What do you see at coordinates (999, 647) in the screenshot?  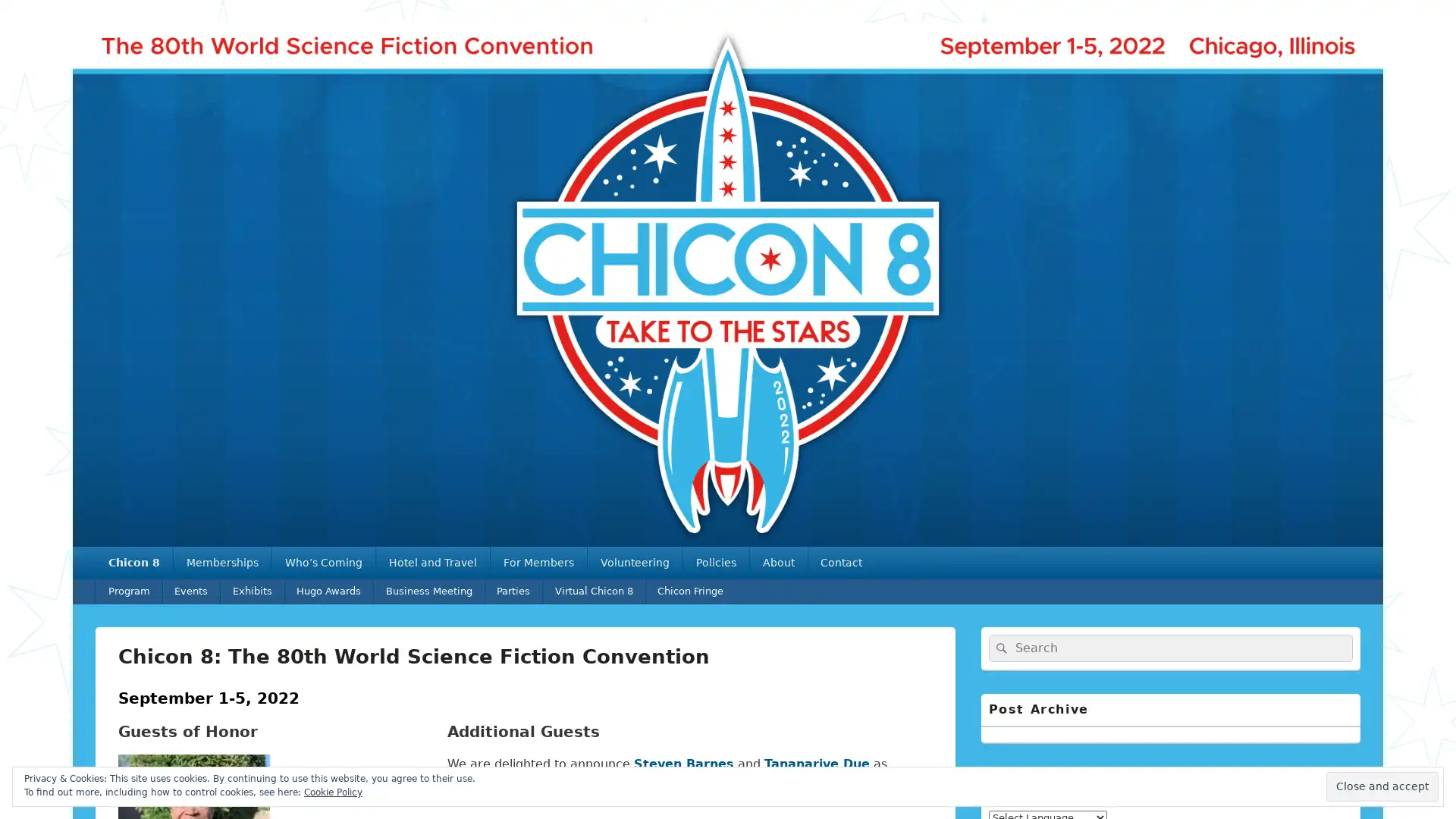 I see `Search` at bounding box center [999, 647].